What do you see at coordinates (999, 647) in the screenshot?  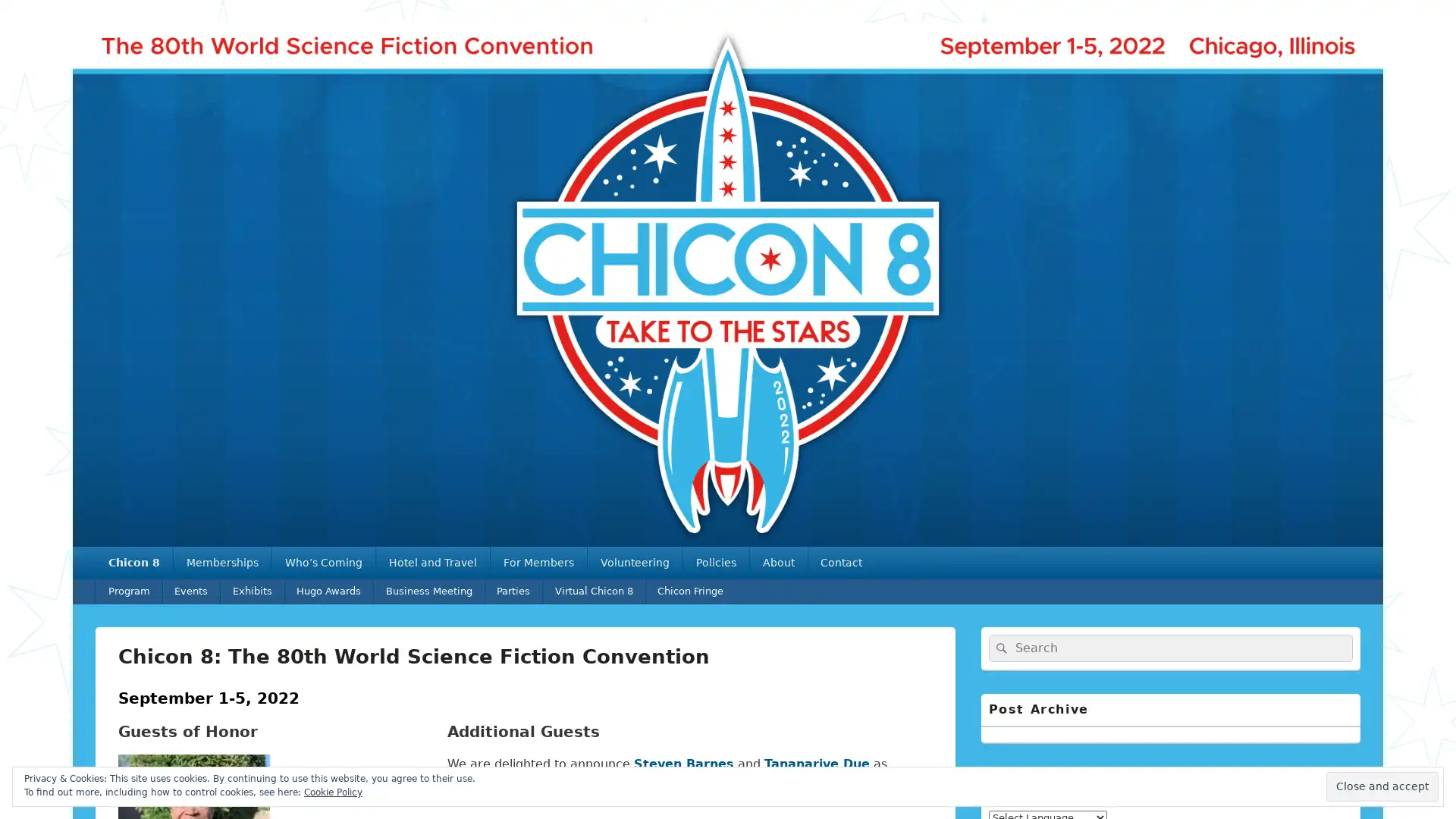 I see `Search` at bounding box center [999, 647].